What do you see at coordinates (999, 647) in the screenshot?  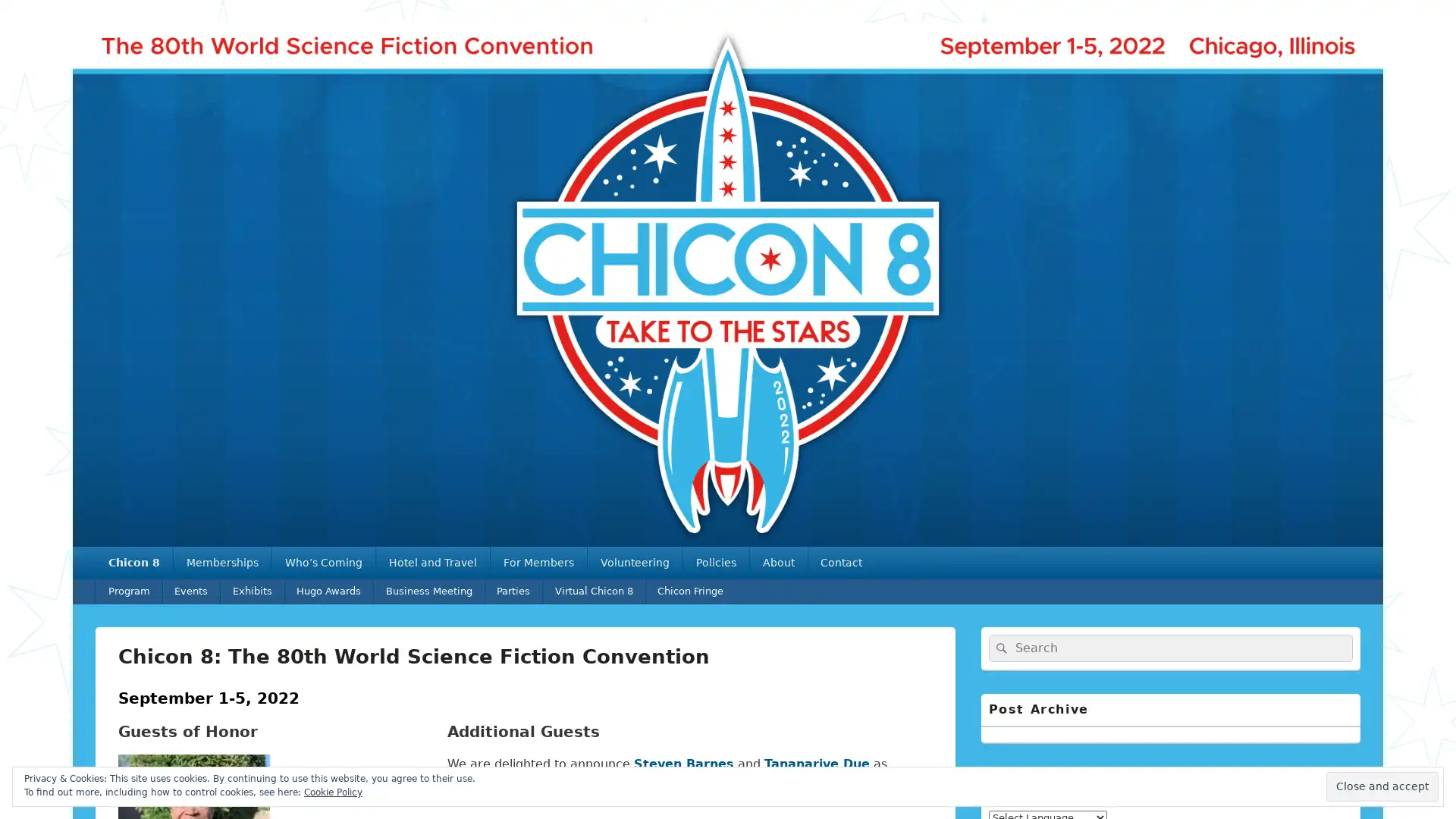 I see `Search` at bounding box center [999, 647].